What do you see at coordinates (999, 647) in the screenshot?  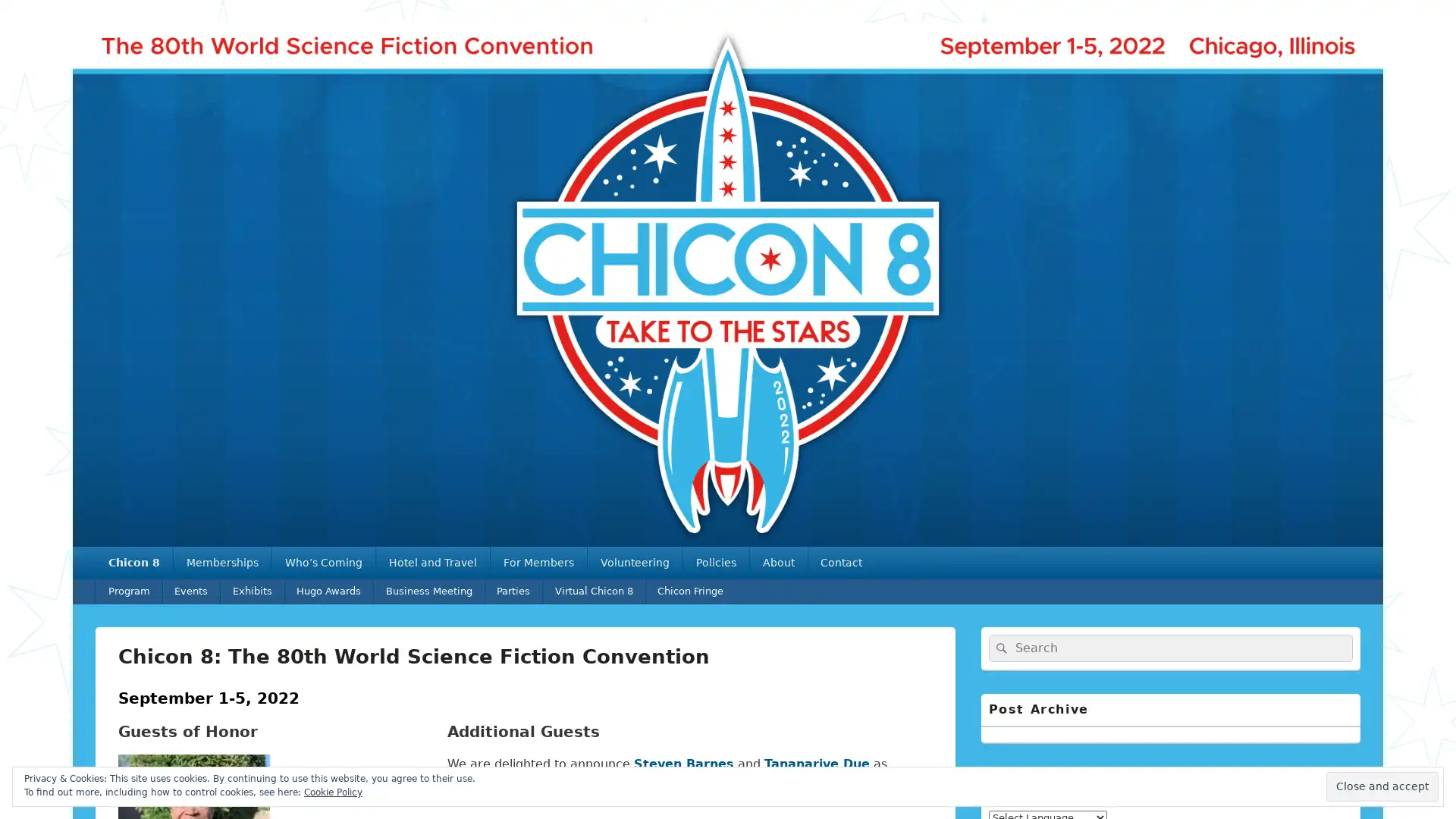 I see `Search` at bounding box center [999, 647].